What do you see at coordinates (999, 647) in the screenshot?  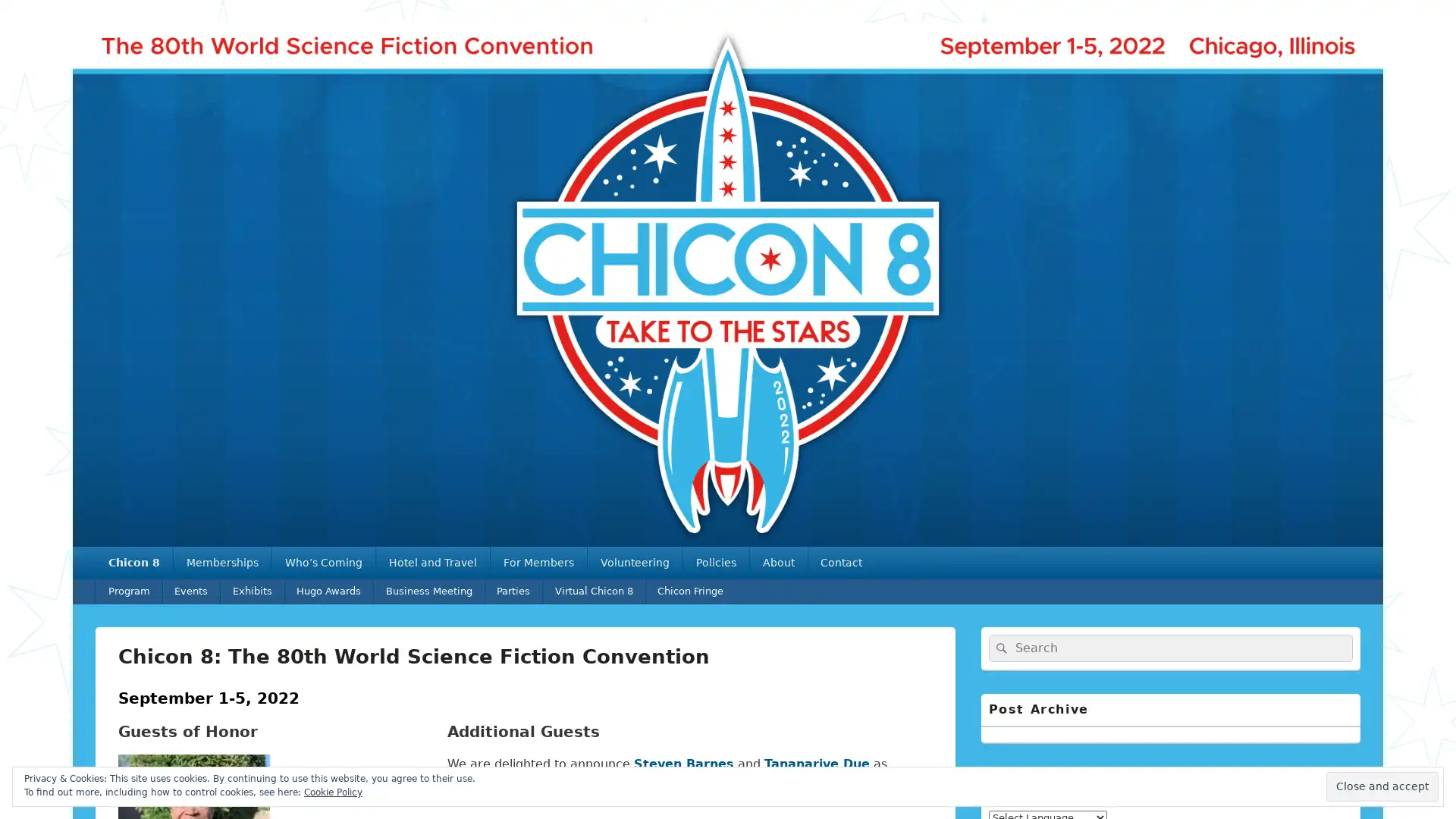 I see `Search` at bounding box center [999, 647].